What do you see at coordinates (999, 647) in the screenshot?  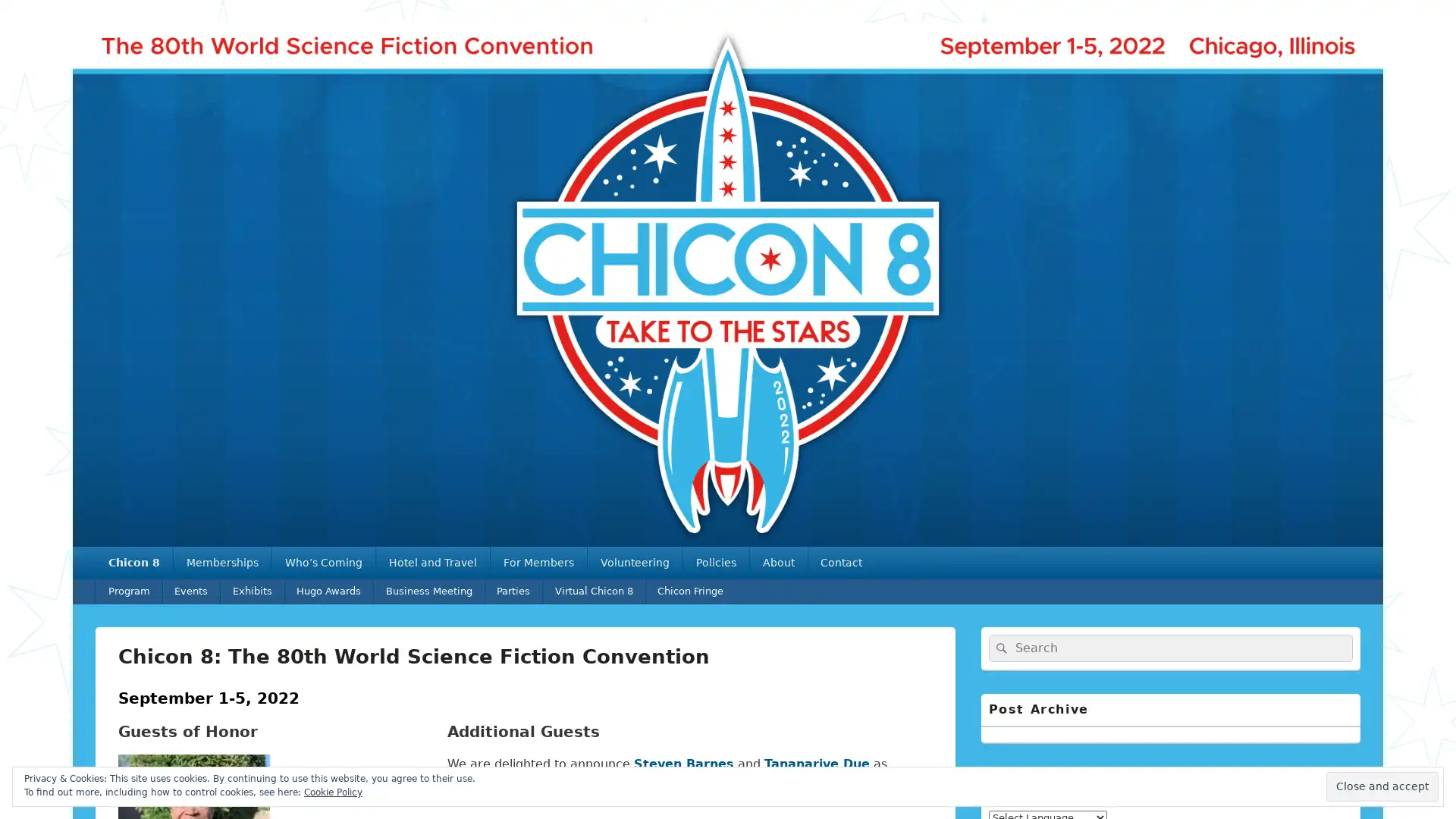 I see `Search` at bounding box center [999, 647].